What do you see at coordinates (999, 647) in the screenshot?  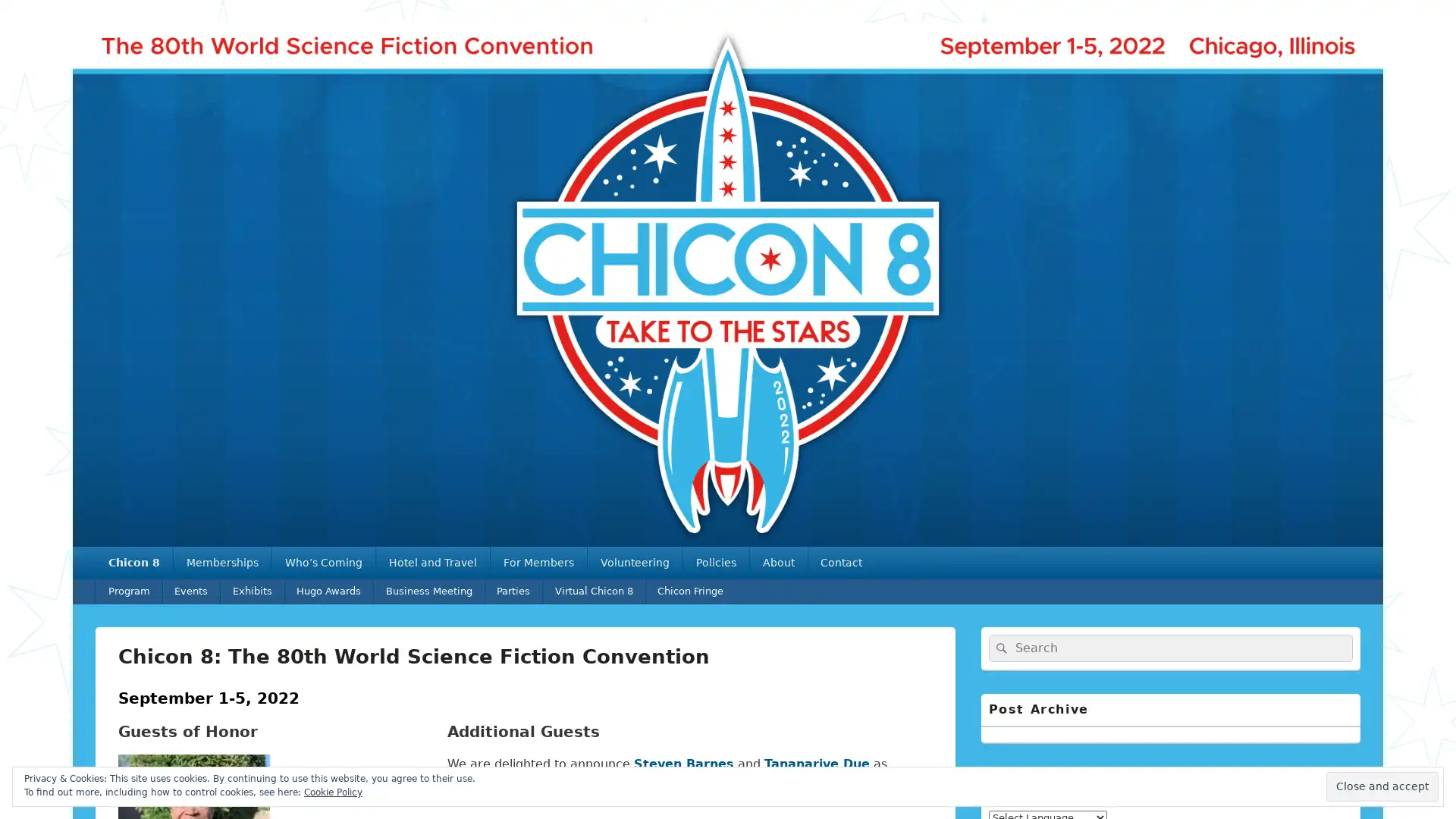 I see `Search` at bounding box center [999, 647].